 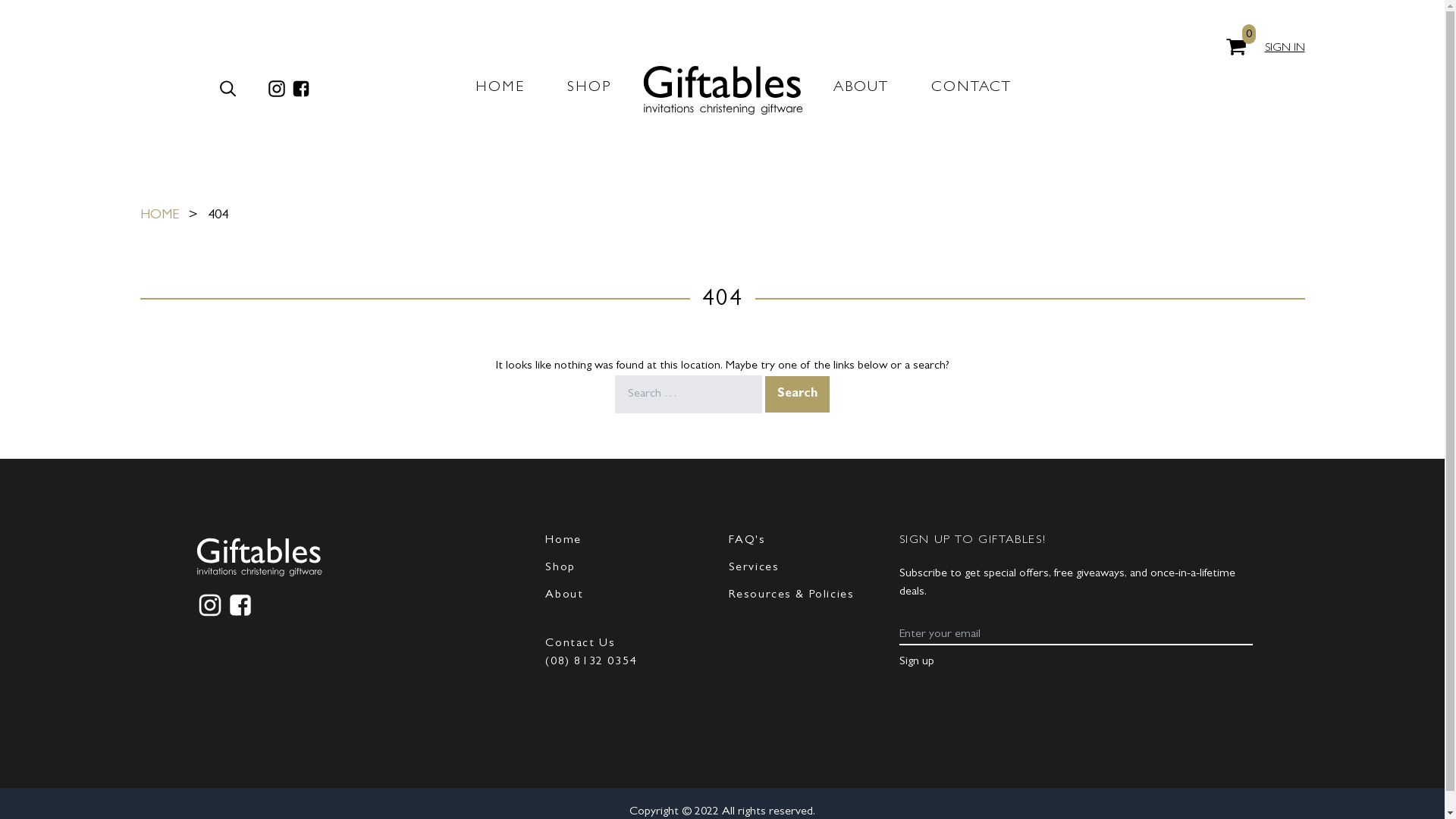 I want to click on 'Services', so click(x=728, y=567).